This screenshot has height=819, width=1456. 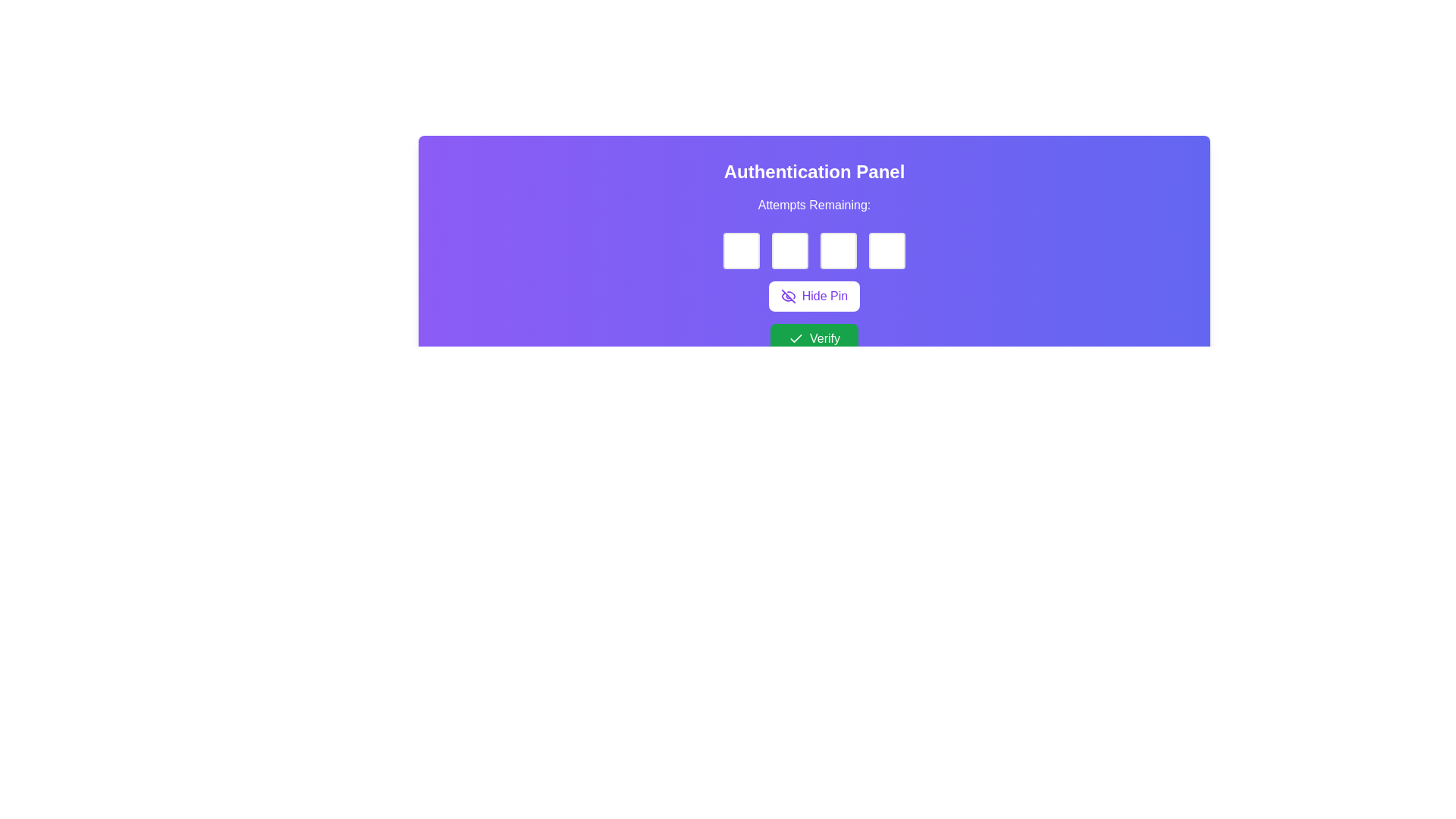 I want to click on the individual text input field for entering a verification code, which is centrally located below the 'Attempts Remaining:' text and above the 'Hide Pin' and 'Verify' buttons, so click(x=814, y=250).